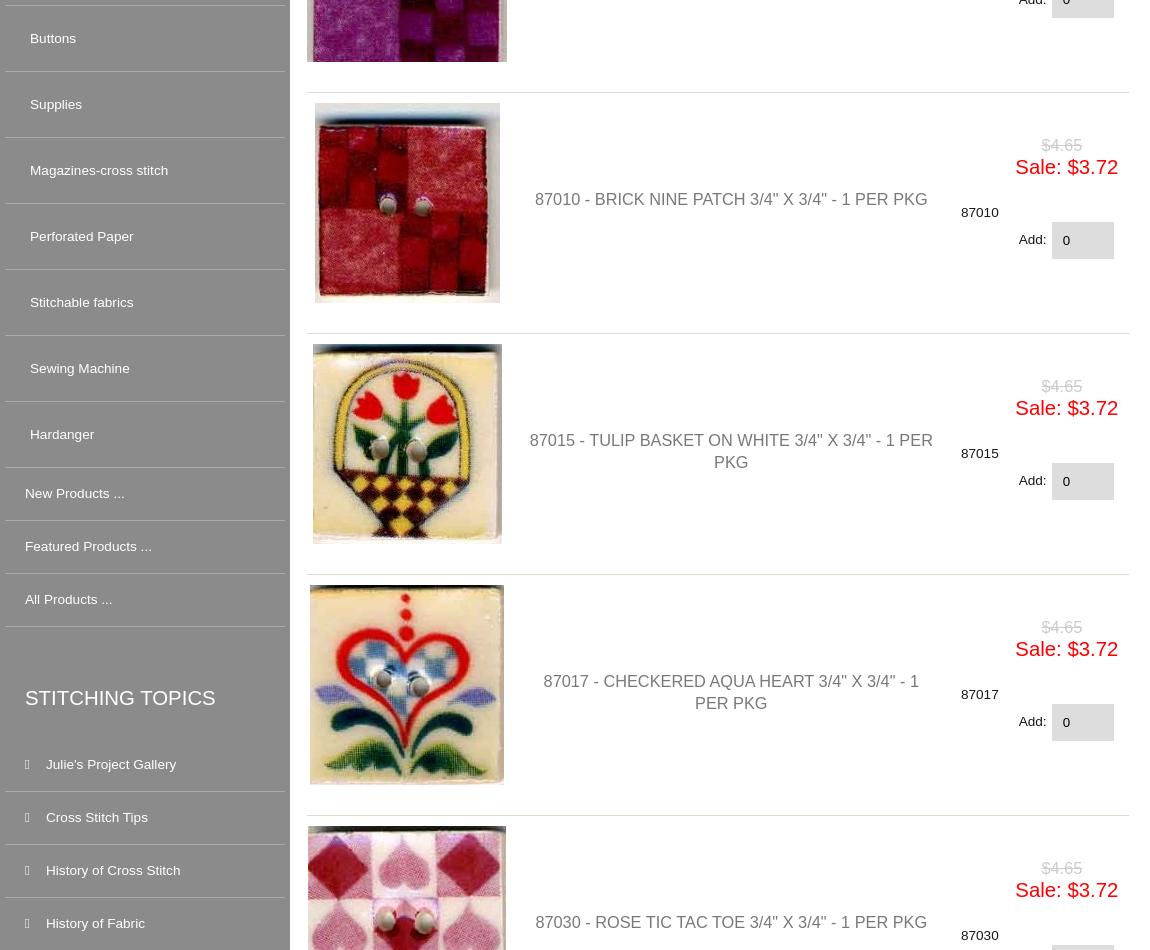  What do you see at coordinates (73, 492) in the screenshot?
I see `'New Products ...'` at bounding box center [73, 492].